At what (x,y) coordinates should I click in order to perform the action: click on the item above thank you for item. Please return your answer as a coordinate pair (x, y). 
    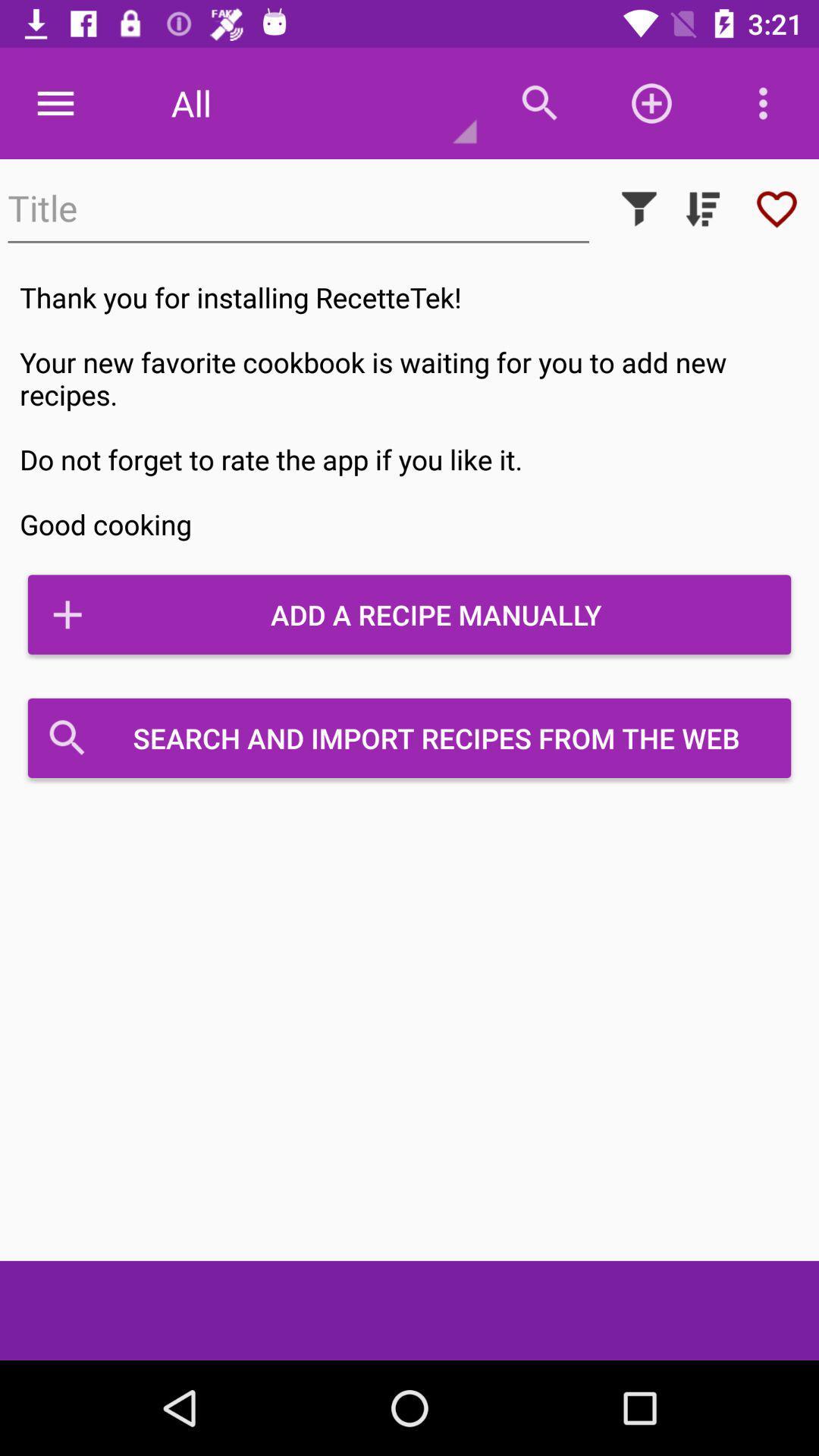
    Looking at the image, I should click on (777, 208).